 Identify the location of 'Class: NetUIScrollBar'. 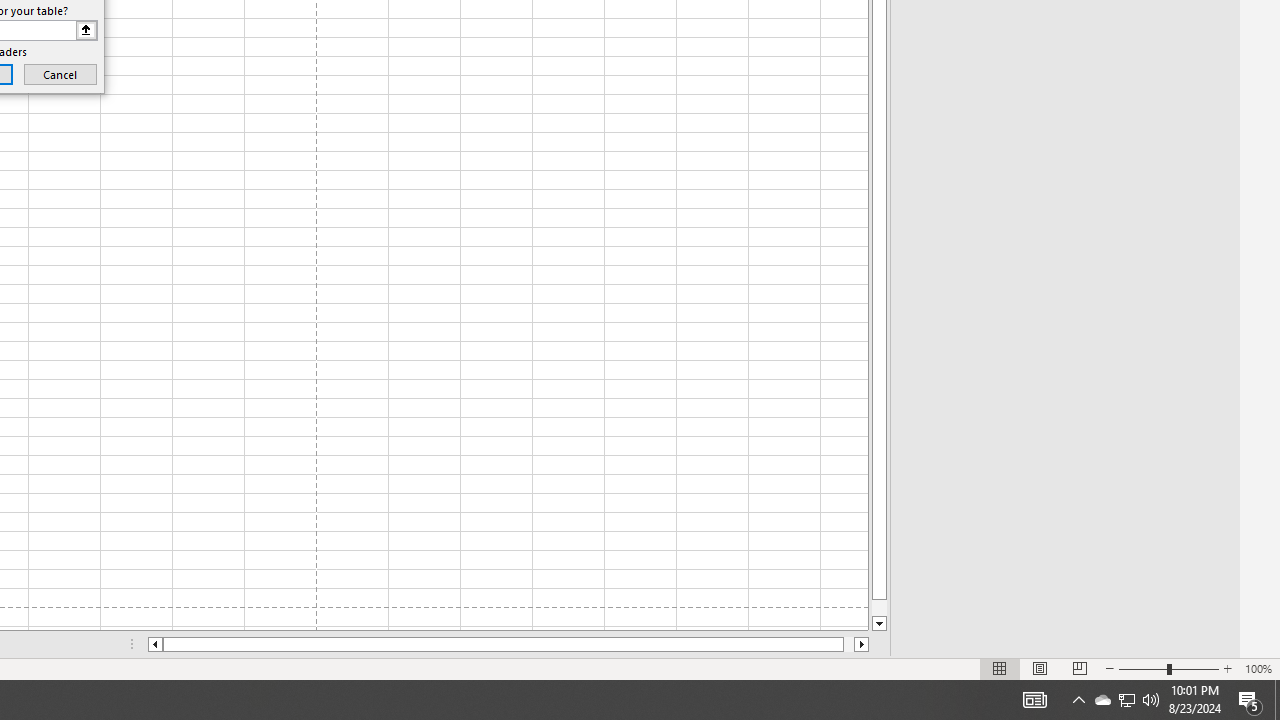
(508, 644).